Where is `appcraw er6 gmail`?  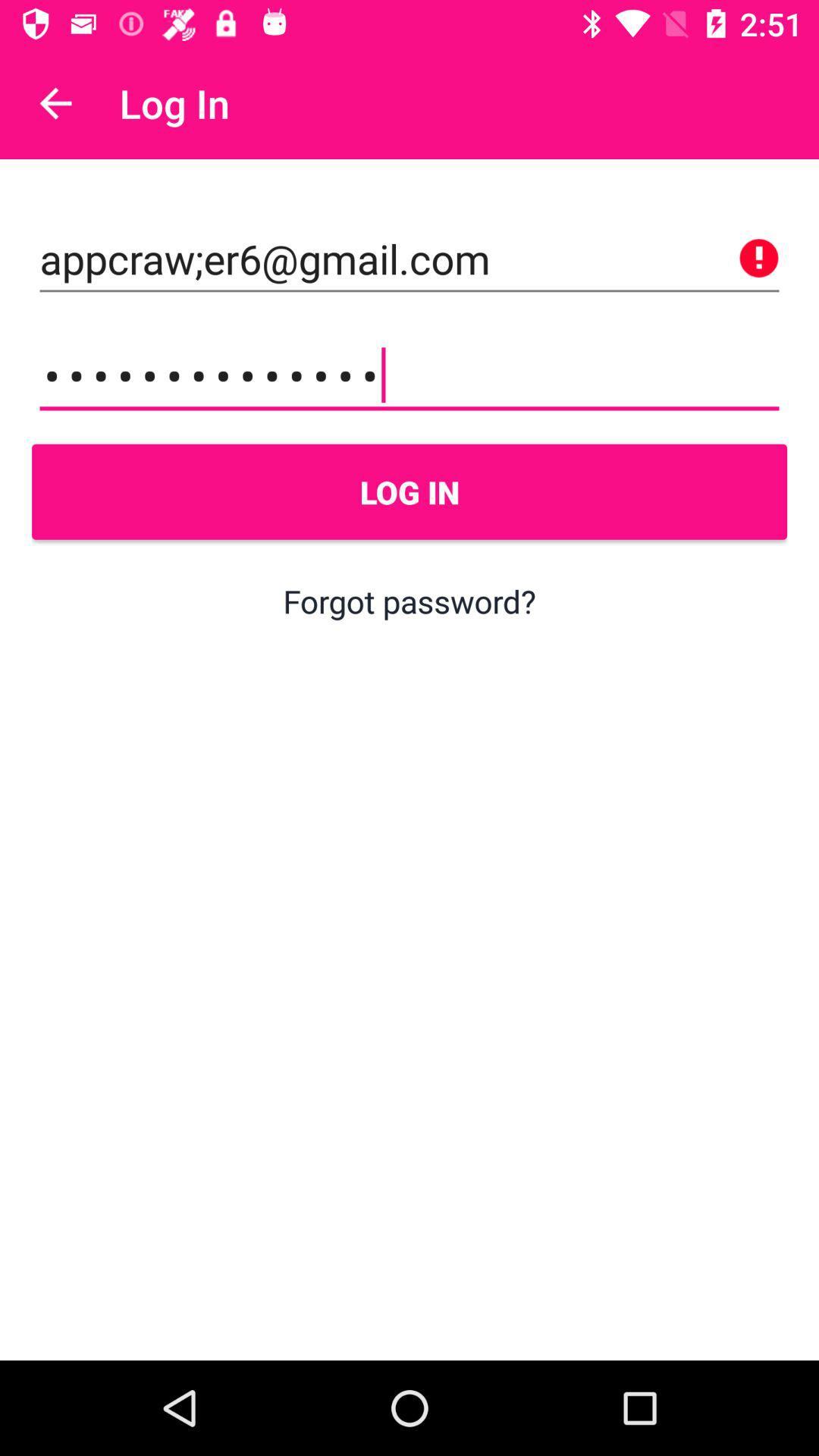
appcraw er6 gmail is located at coordinates (409, 259).